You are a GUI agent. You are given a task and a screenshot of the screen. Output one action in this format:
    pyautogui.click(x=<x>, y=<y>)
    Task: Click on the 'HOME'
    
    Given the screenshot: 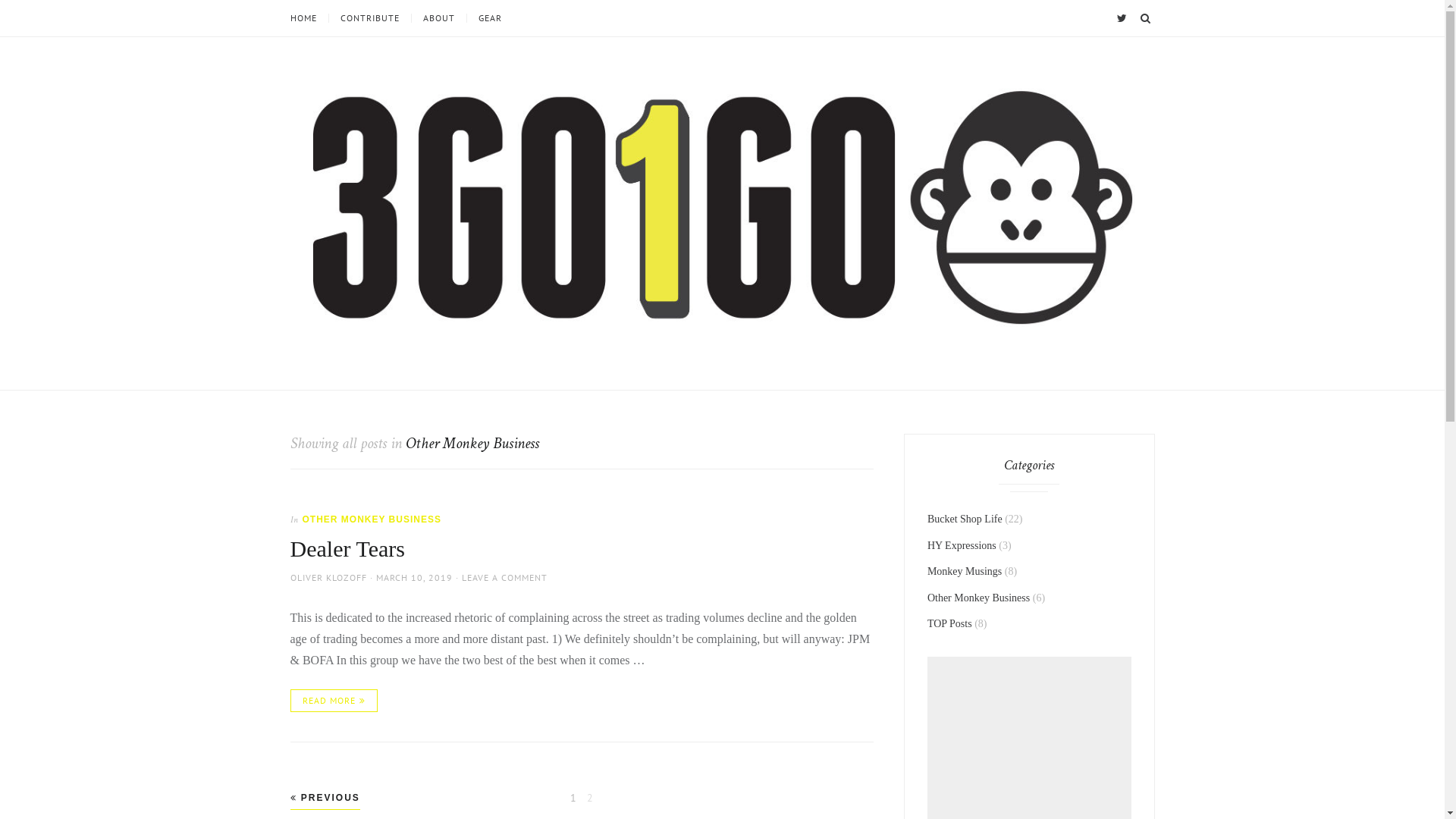 What is the action you would take?
    pyautogui.click(x=308, y=17)
    